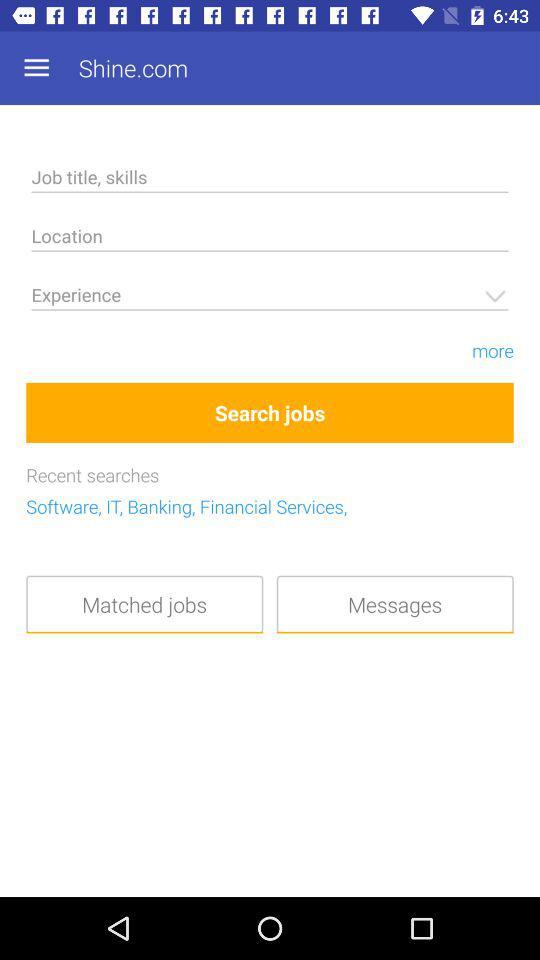  I want to click on job title skills, so click(270, 179).